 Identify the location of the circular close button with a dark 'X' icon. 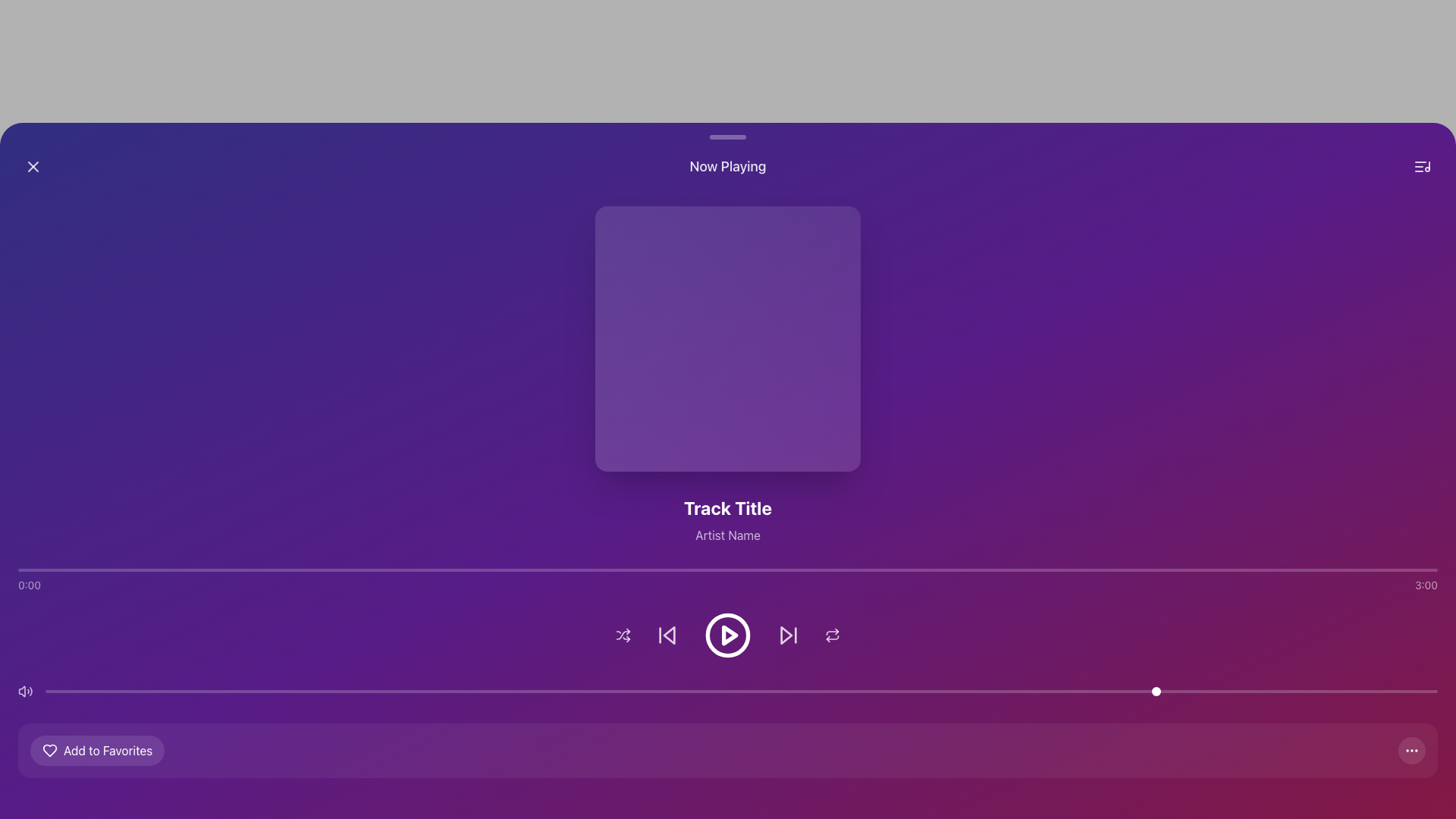
(33, 166).